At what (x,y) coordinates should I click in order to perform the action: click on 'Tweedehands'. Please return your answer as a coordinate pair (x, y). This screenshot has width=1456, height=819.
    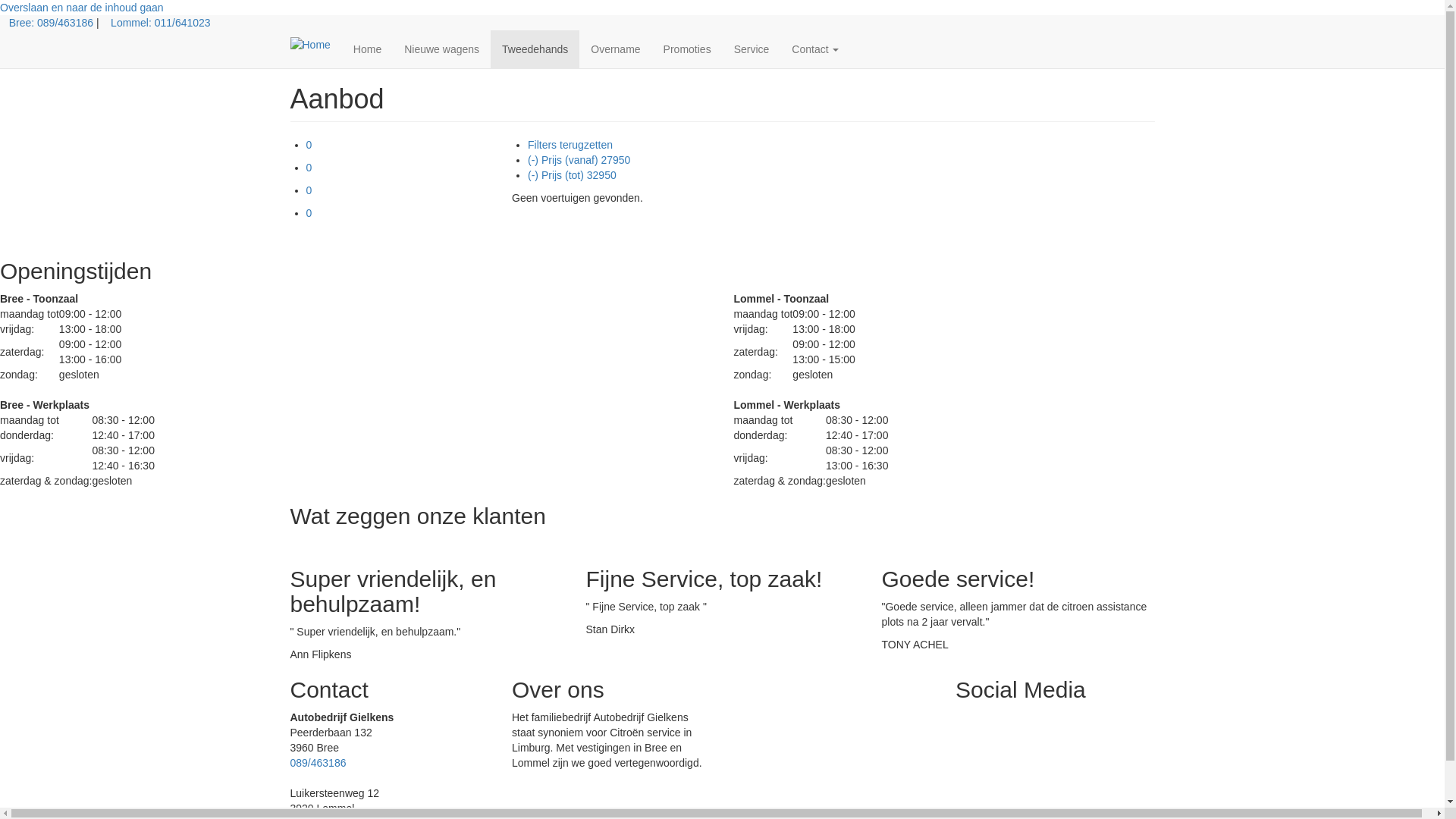
    Looking at the image, I should click on (491, 49).